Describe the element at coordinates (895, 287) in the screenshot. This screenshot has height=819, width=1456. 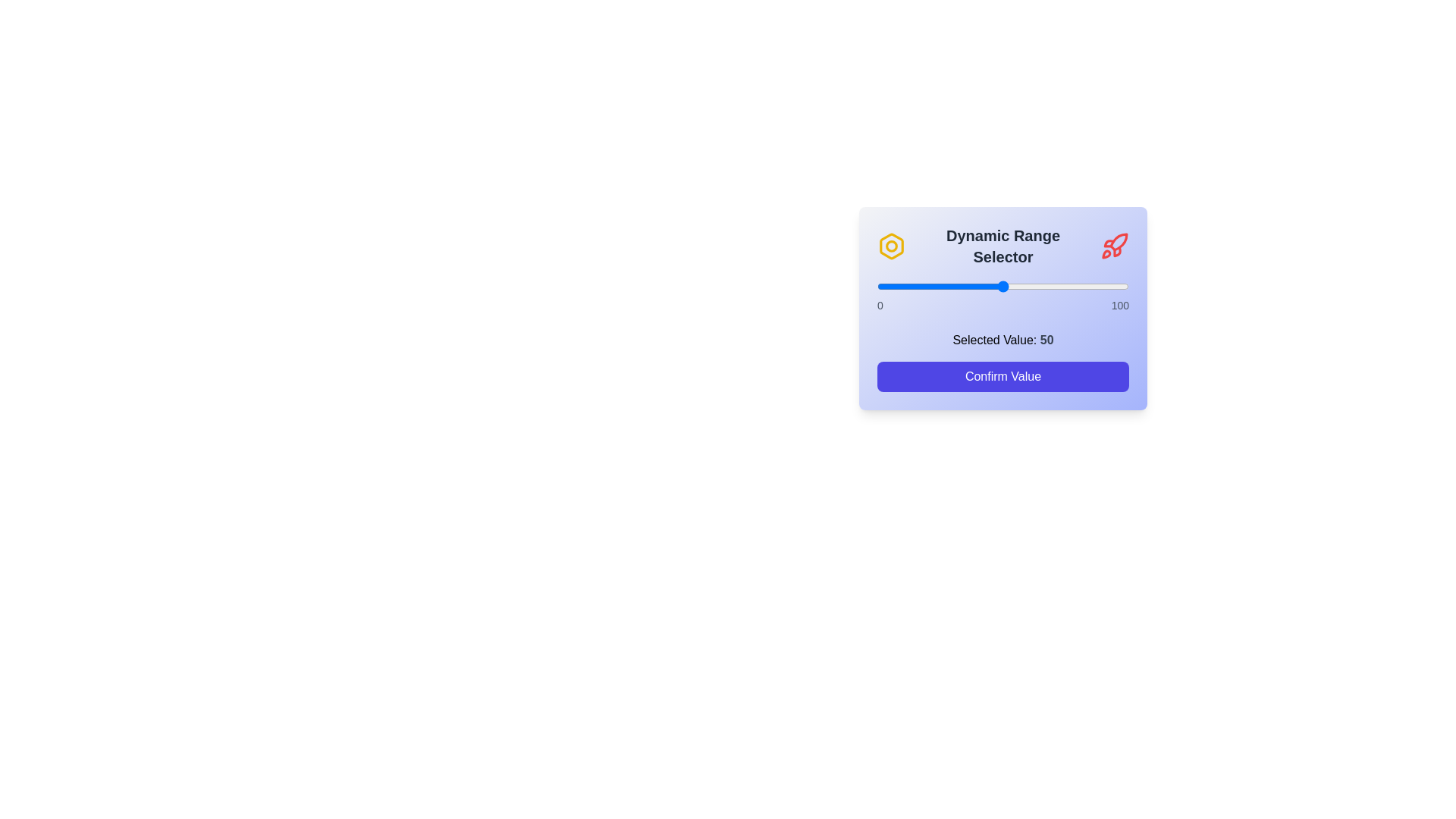
I see `the slider to set its value to 7` at that location.